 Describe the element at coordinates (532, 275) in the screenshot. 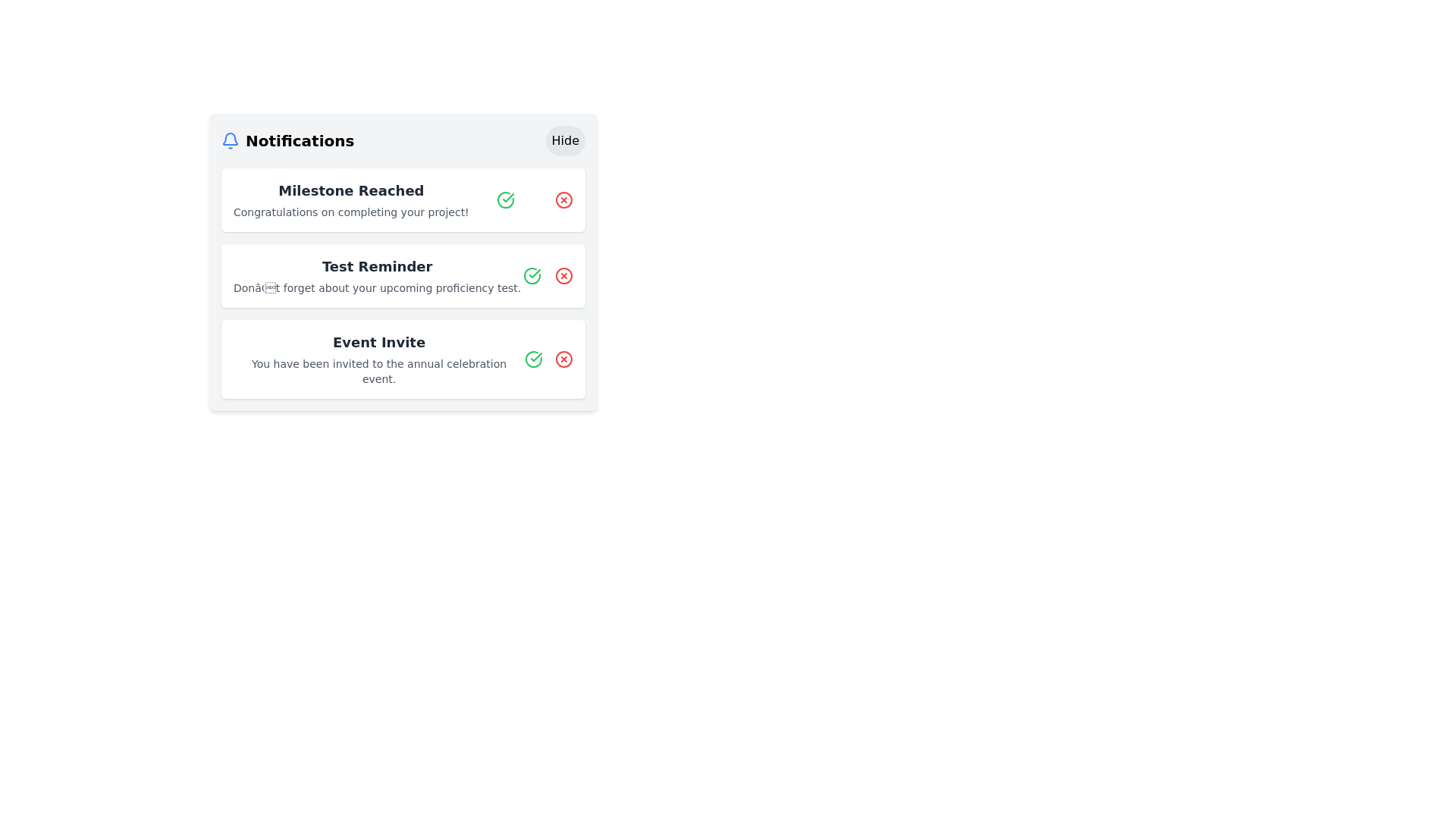

I see `the Interactive confirmation icon located in the second notification card titled 'Test Reminder'` at that location.